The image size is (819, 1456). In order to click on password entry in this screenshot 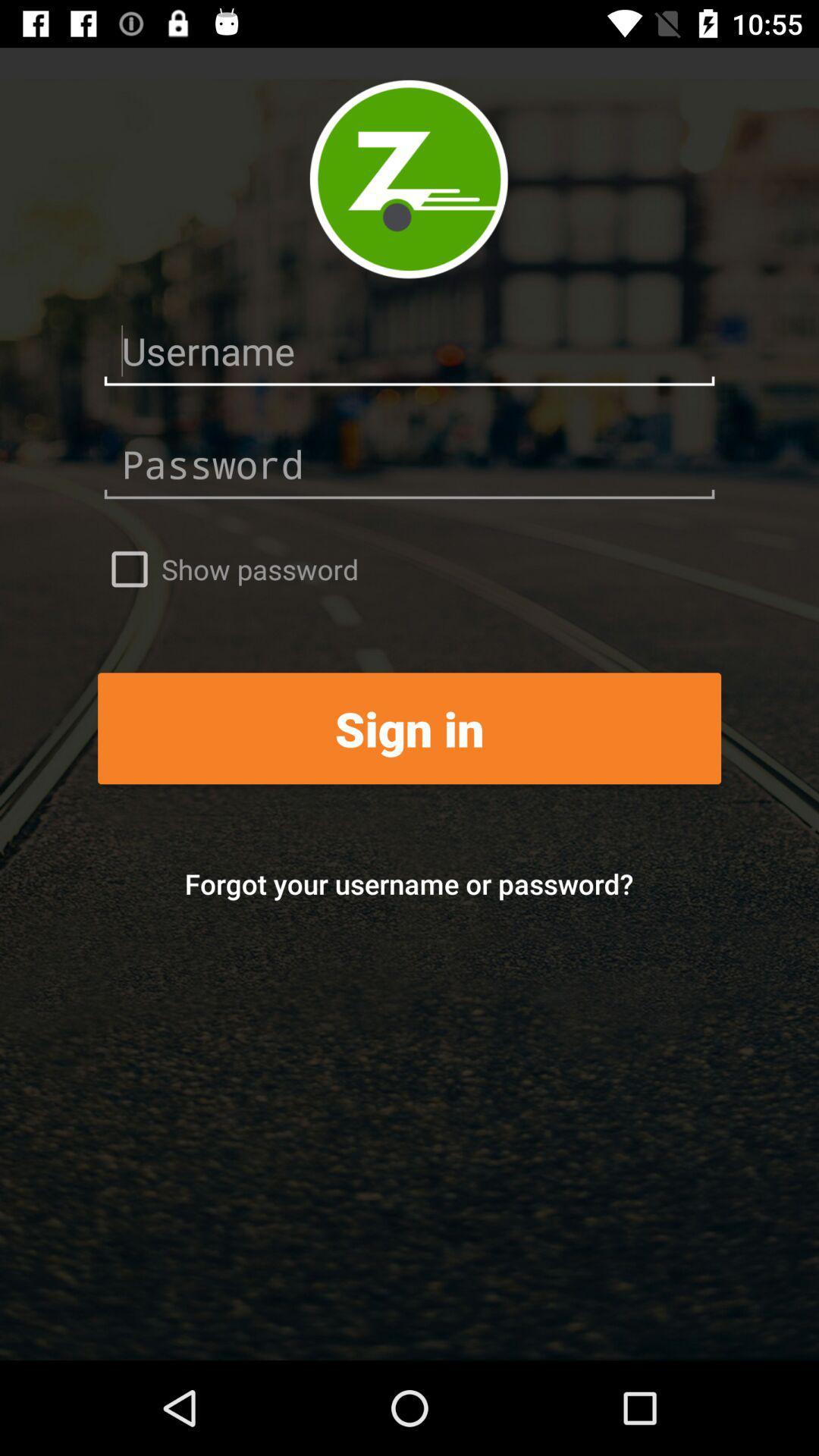, I will do `click(409, 464)`.